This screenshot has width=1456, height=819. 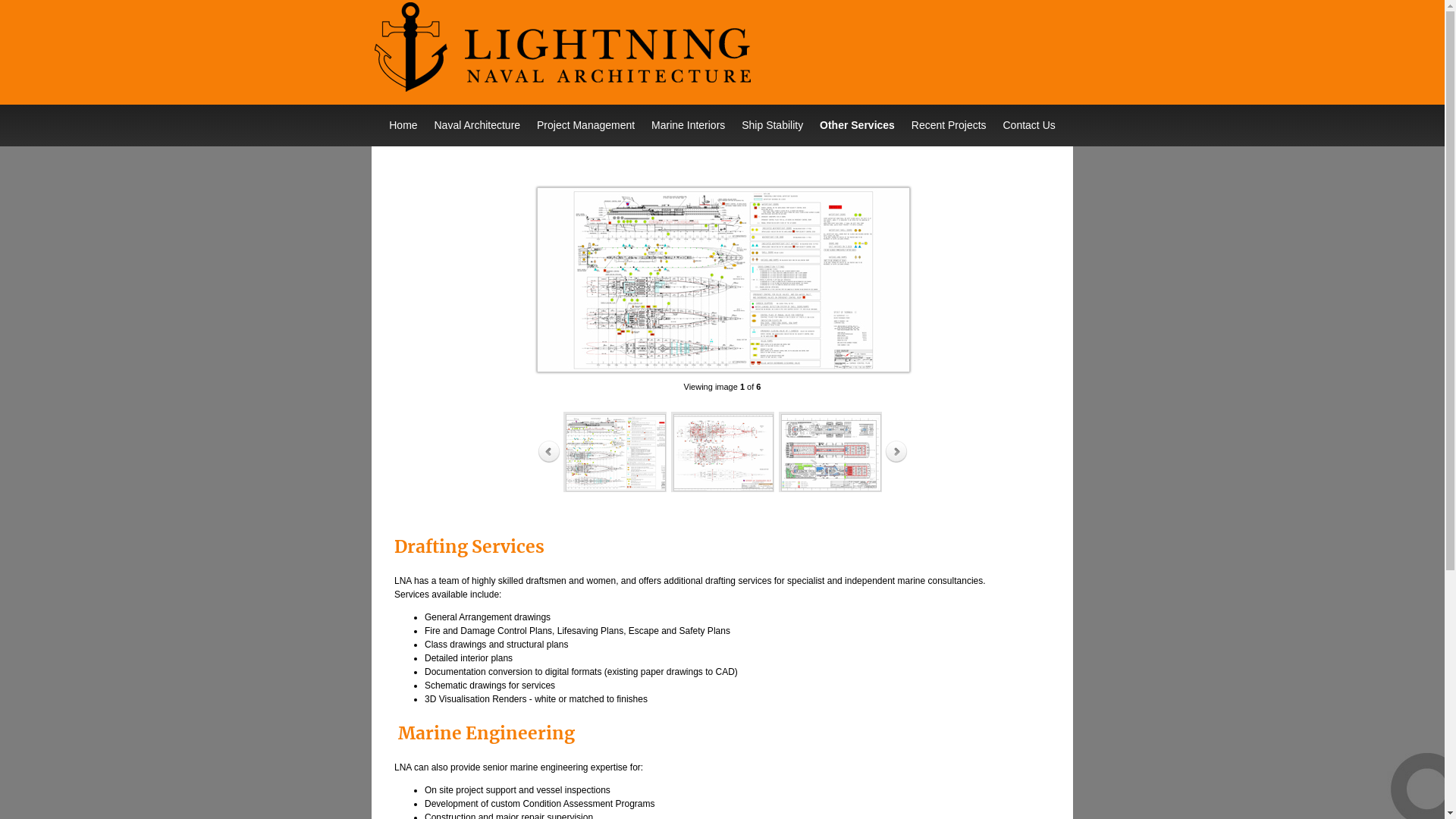 What do you see at coordinates (403, 124) in the screenshot?
I see `'Home'` at bounding box center [403, 124].